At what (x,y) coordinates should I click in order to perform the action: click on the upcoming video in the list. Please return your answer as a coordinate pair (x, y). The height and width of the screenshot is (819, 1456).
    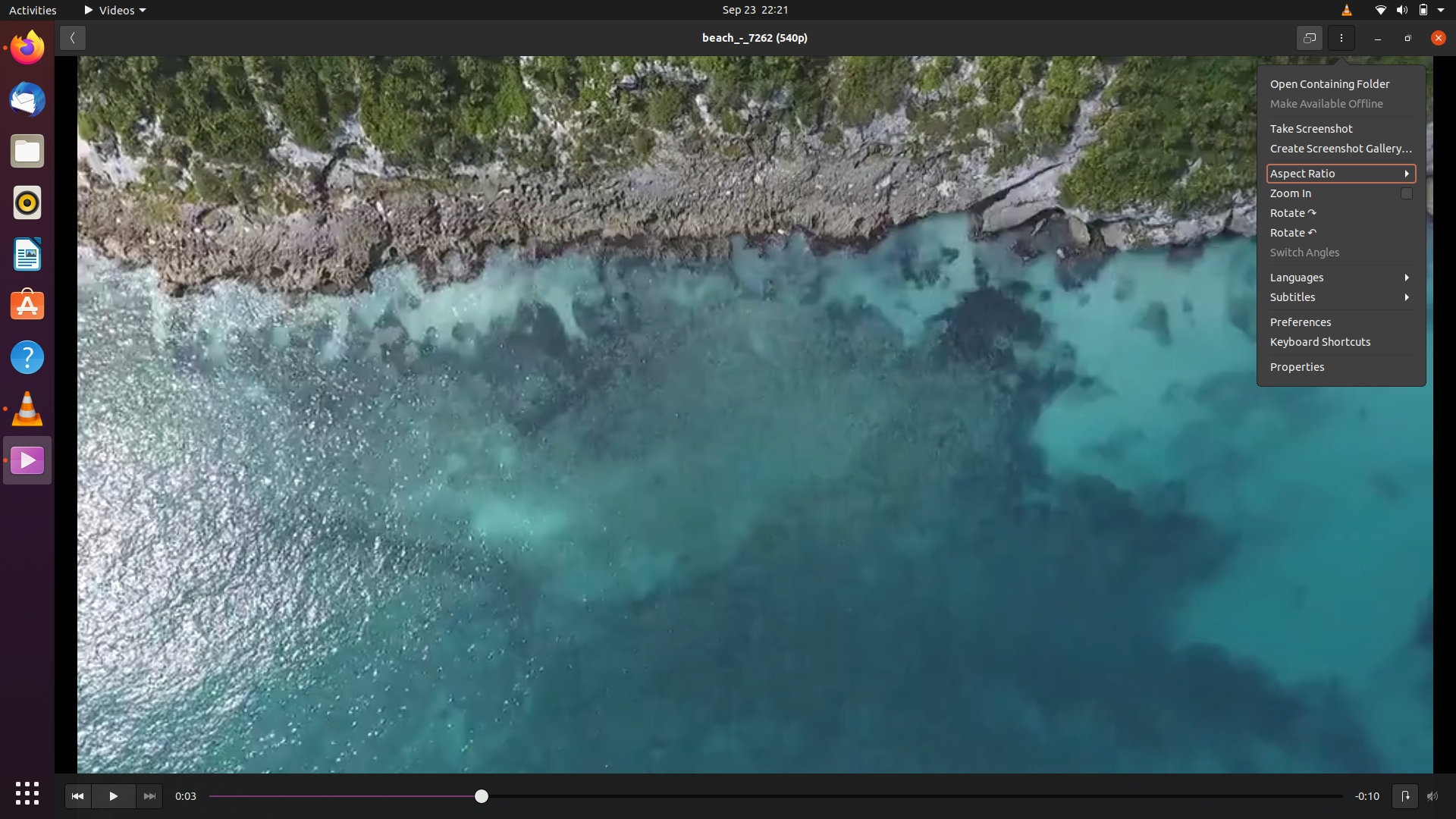
    Looking at the image, I should click on (149, 795).